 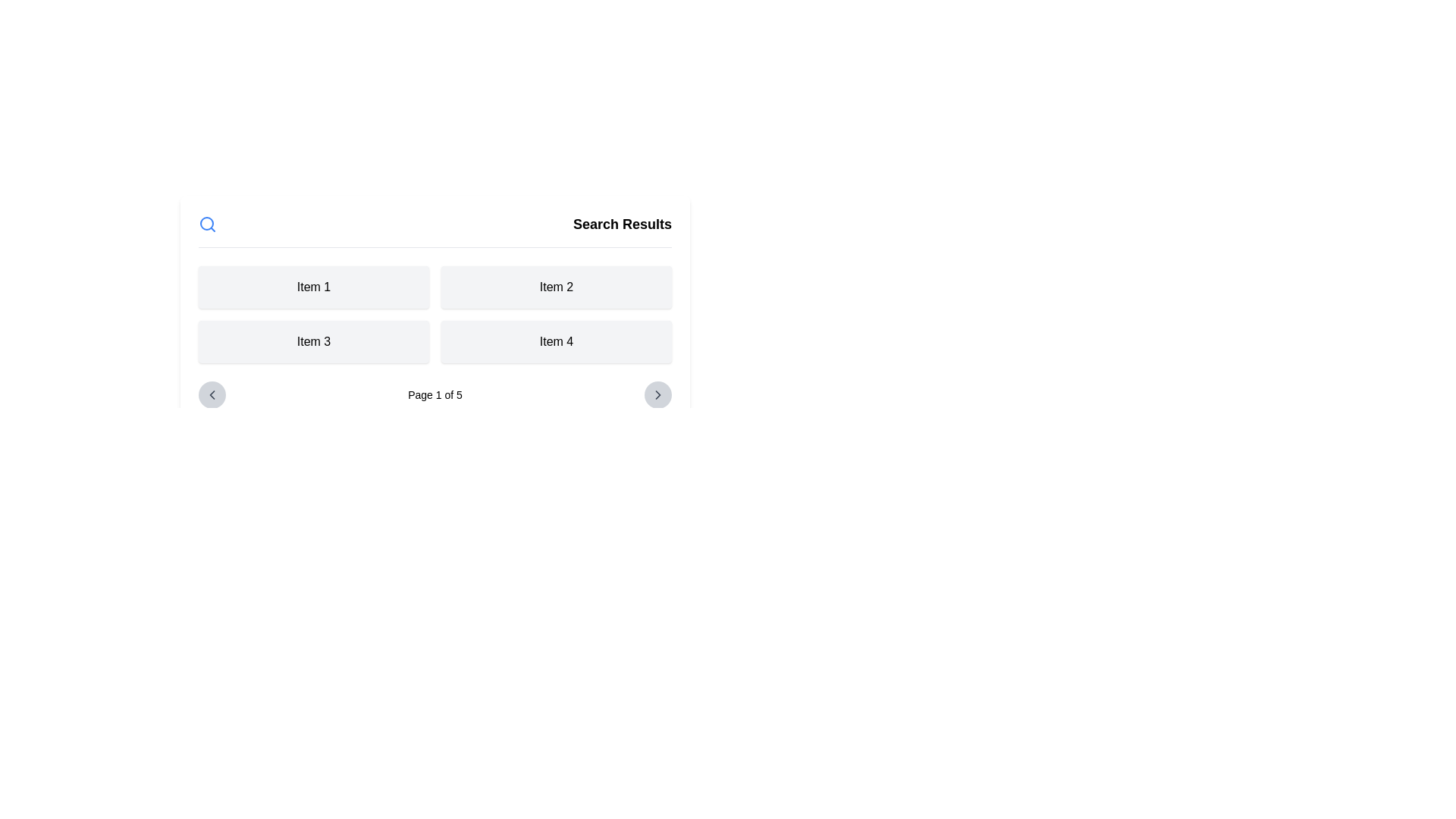 I want to click on the navigation button located at the far right of the layout, so click(x=658, y=394).